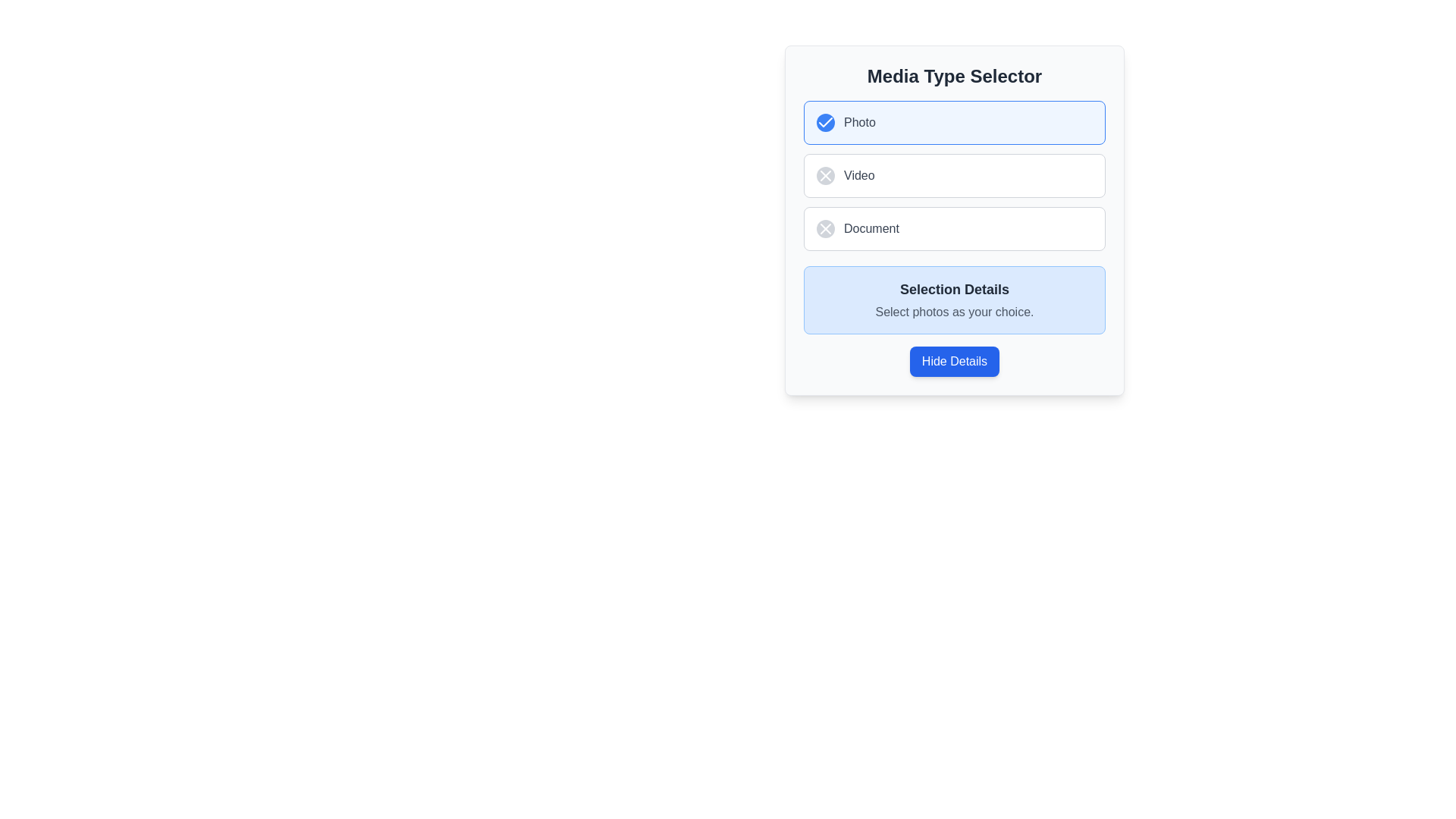 Image resolution: width=1456 pixels, height=819 pixels. I want to click on the 'Document' radio button, which is the third option in a vertical radio button group, to trigger a hover effect such as scaling or highlighting, so click(953, 228).